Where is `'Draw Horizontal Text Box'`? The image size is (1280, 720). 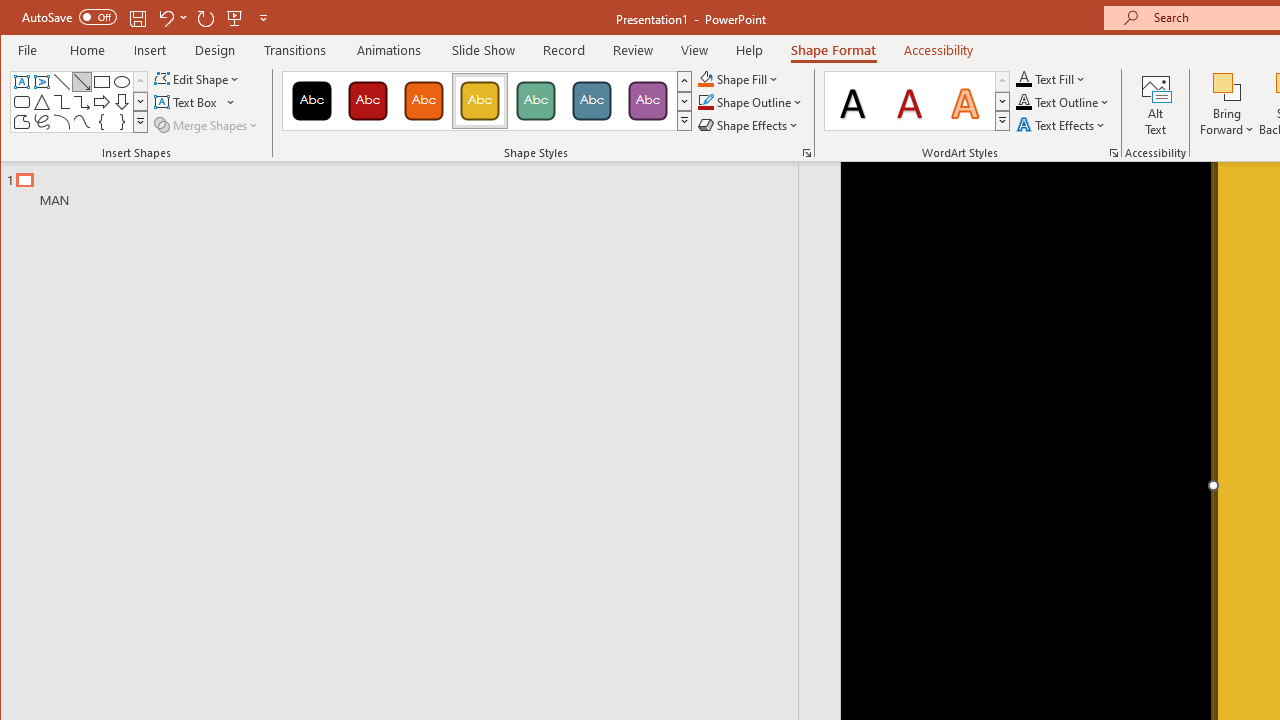
'Draw Horizontal Text Box' is located at coordinates (187, 102).